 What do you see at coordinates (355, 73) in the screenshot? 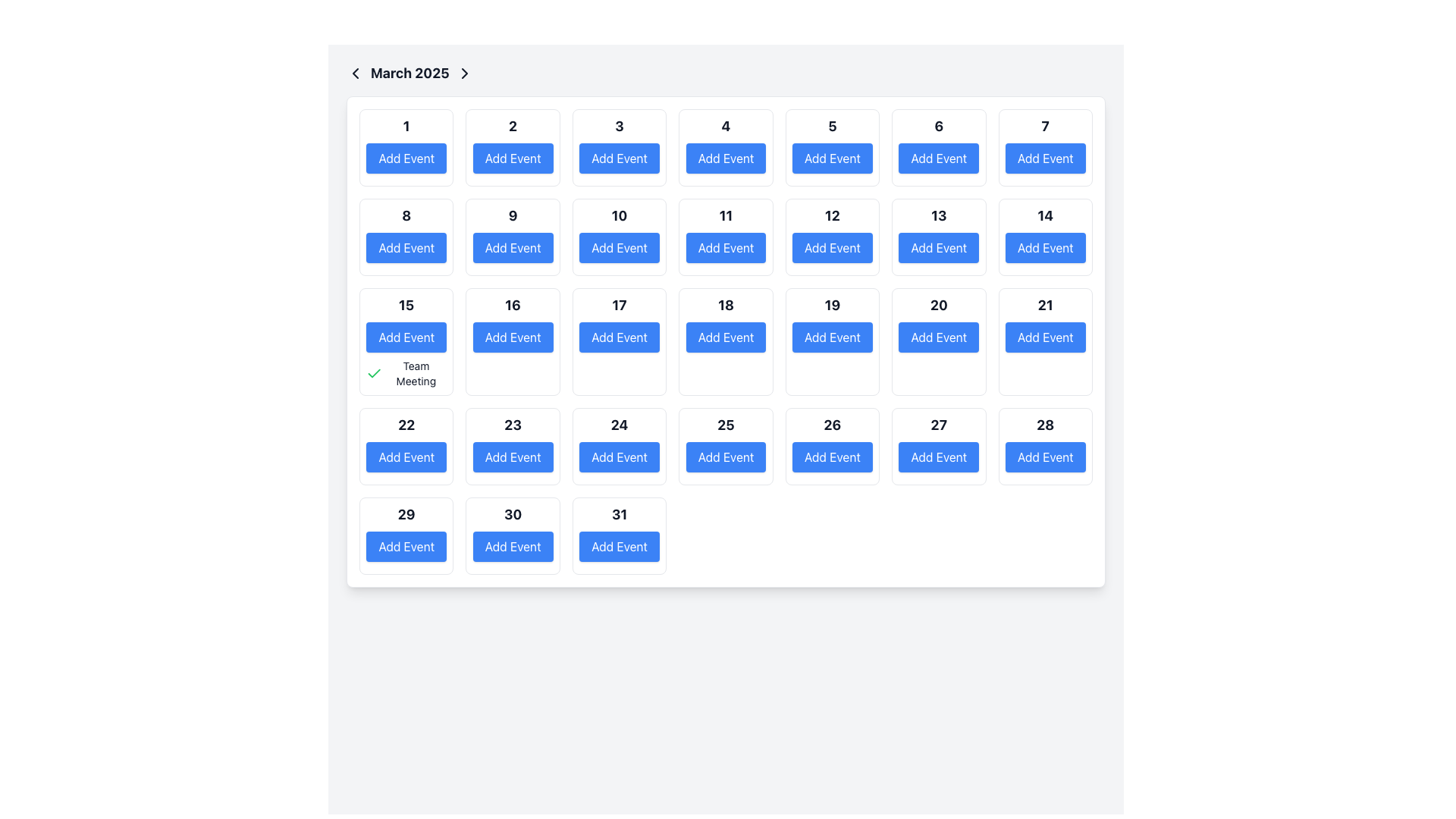
I see `the Icon button that allows the user to navigate to the previous month in the calendar view, located at the top-left corner of the interface, immediately to the left of the text 'March 2025'` at bounding box center [355, 73].